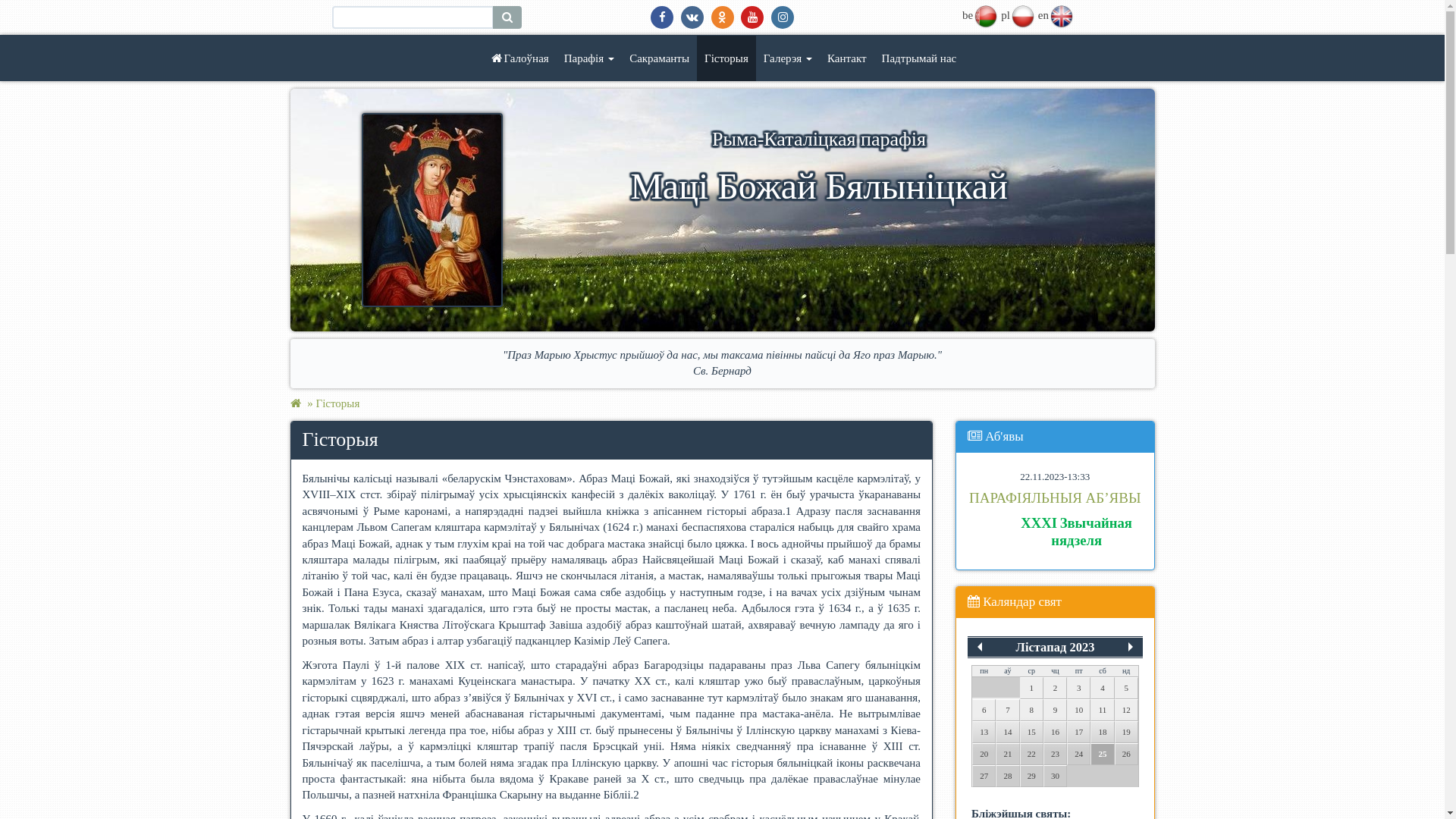 Image resolution: width=1456 pixels, height=819 pixels. I want to click on '17', so click(1078, 731).